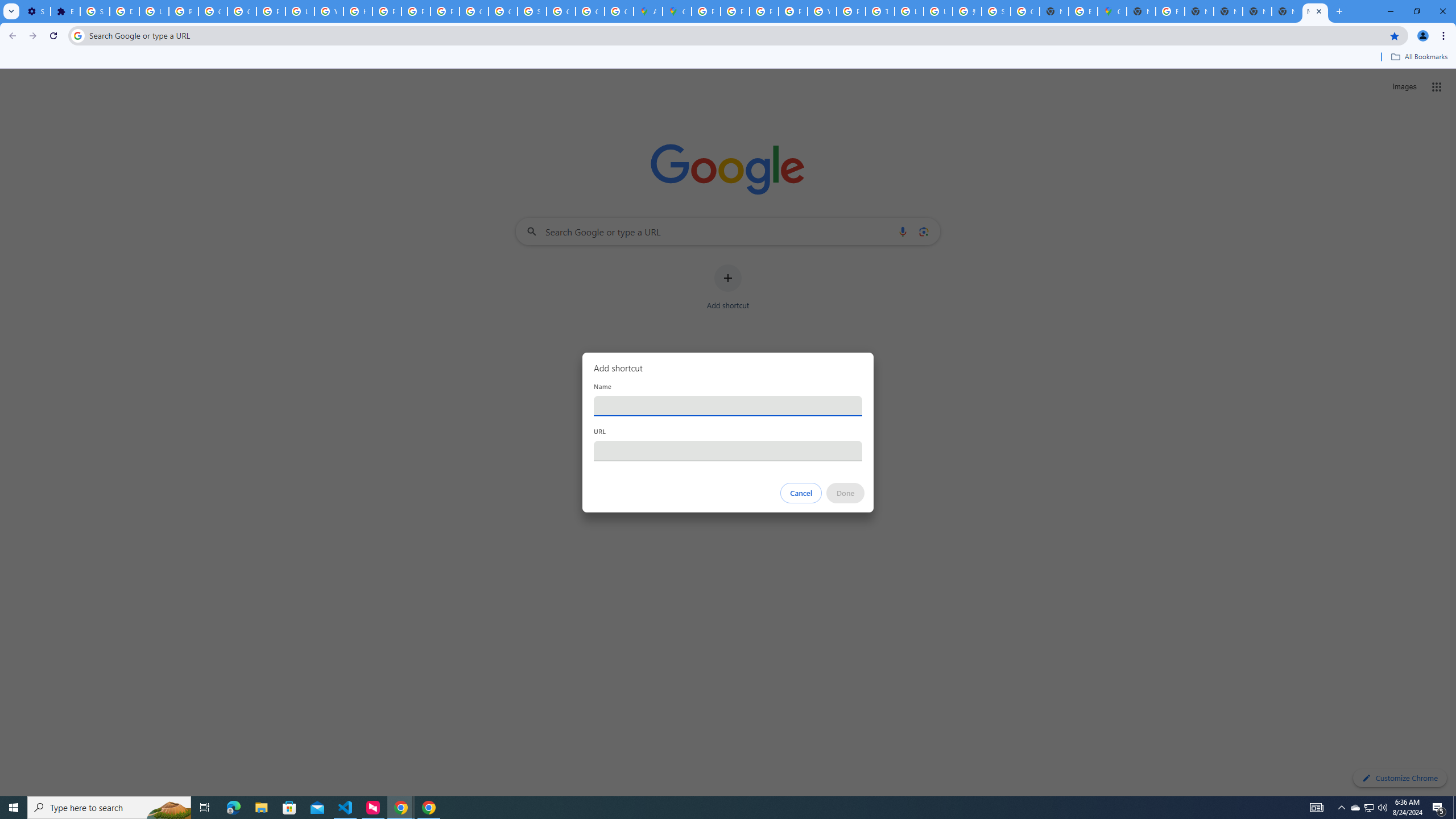  Describe the element at coordinates (801, 493) in the screenshot. I see `'Cancel'` at that location.